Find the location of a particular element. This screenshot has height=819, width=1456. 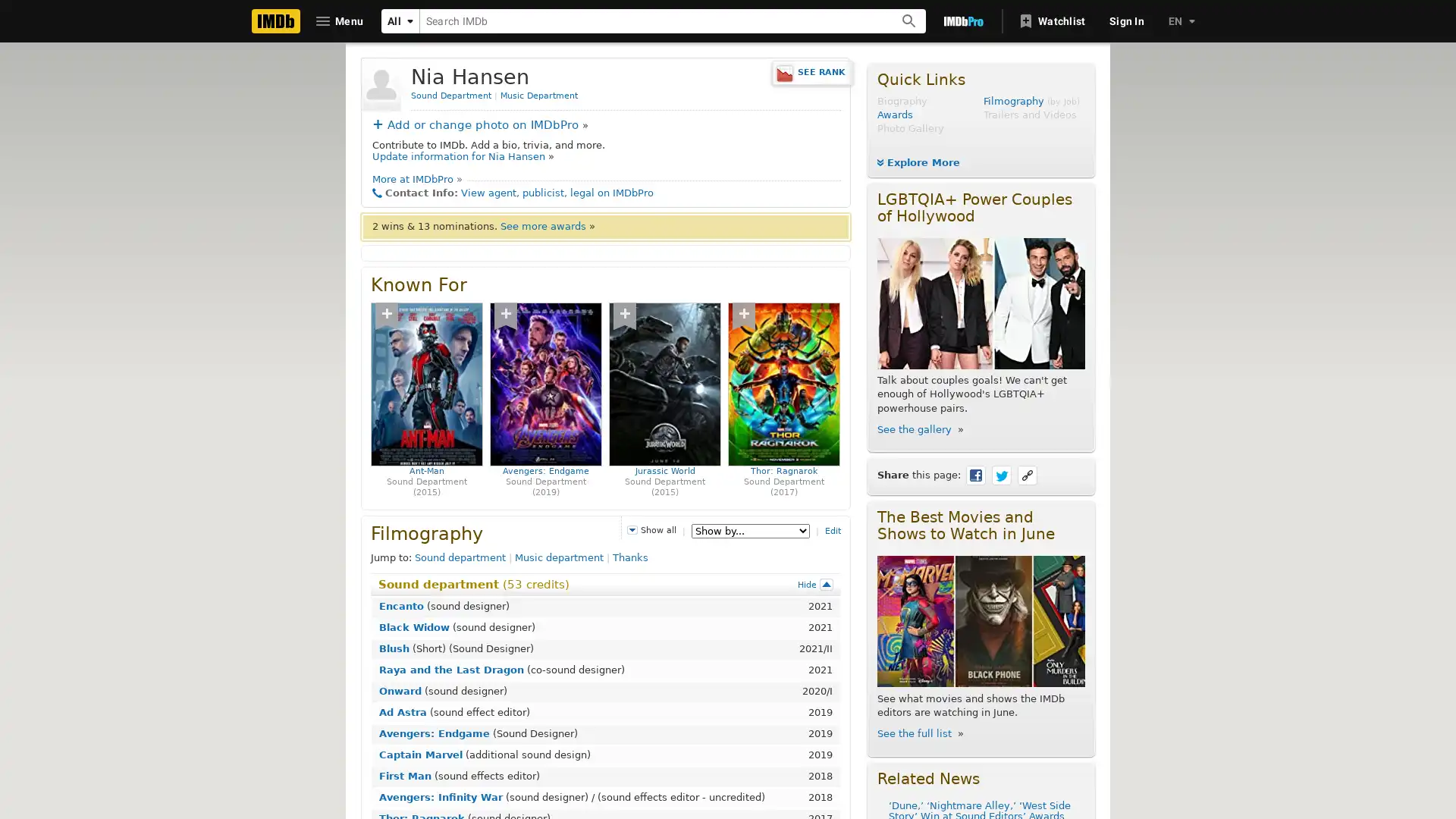

All is located at coordinates (400, 20).